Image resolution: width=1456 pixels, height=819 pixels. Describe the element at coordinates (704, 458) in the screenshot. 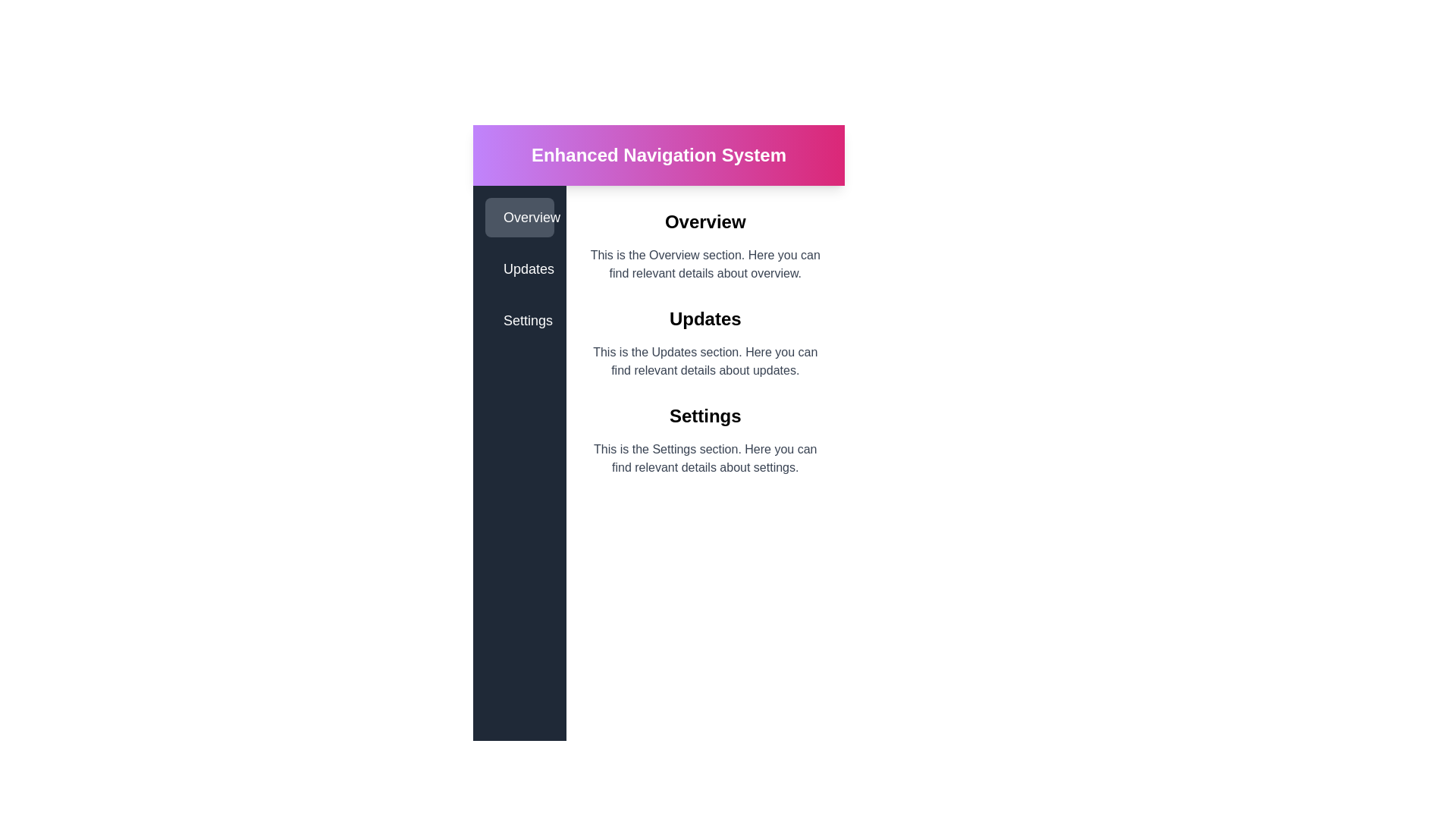

I see `the text block displaying 'This is the Settings section. Here you can find relevant details about settings.' located below the 'Settings' title` at that location.